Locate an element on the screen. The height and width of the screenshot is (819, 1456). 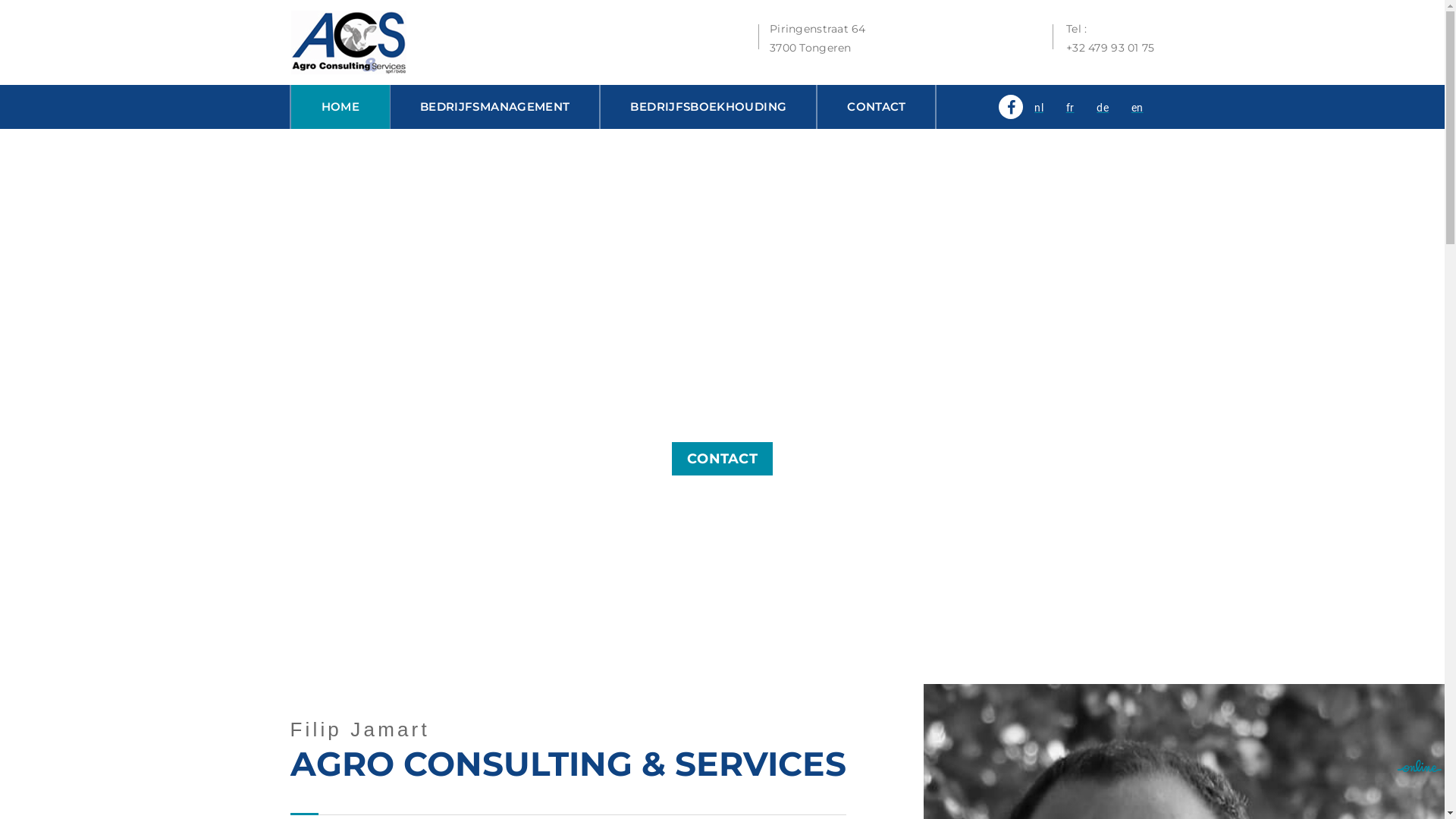
'fr' is located at coordinates (1069, 107).